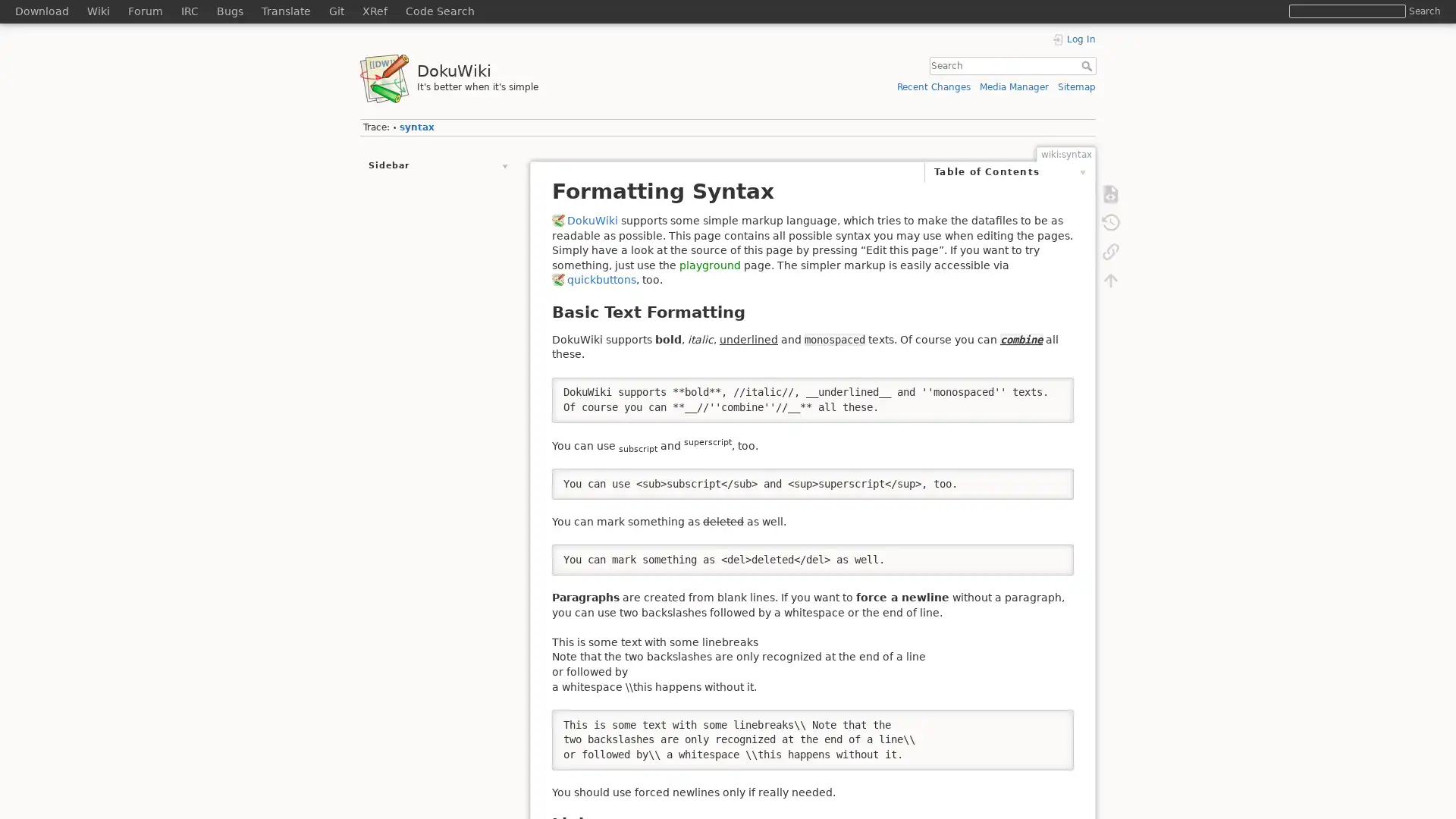 The height and width of the screenshot is (819, 1456). Describe the element at coordinates (1423, 11) in the screenshot. I see `Search` at that location.